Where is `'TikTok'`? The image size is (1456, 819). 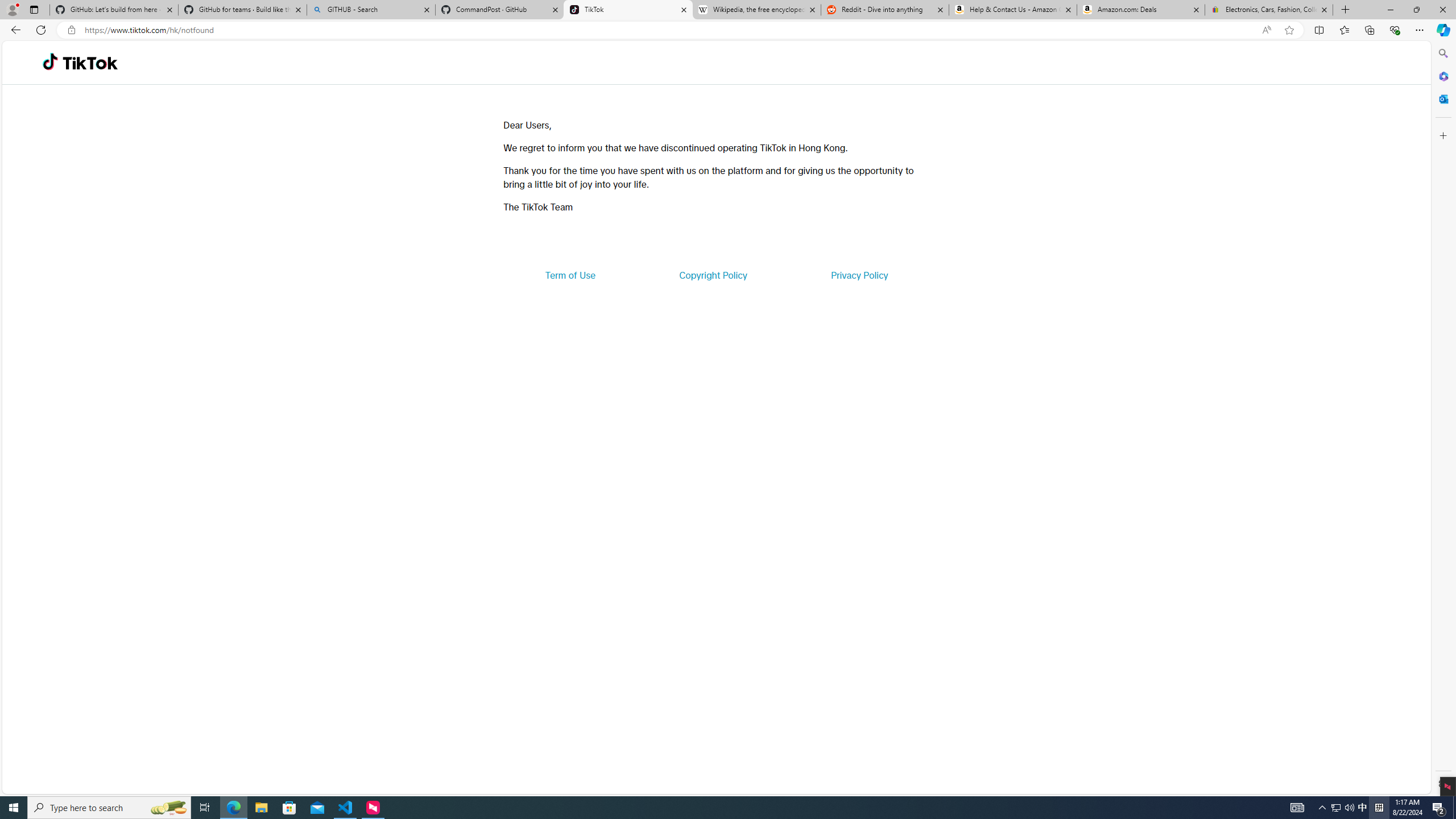
'TikTok' is located at coordinates (90, 63).